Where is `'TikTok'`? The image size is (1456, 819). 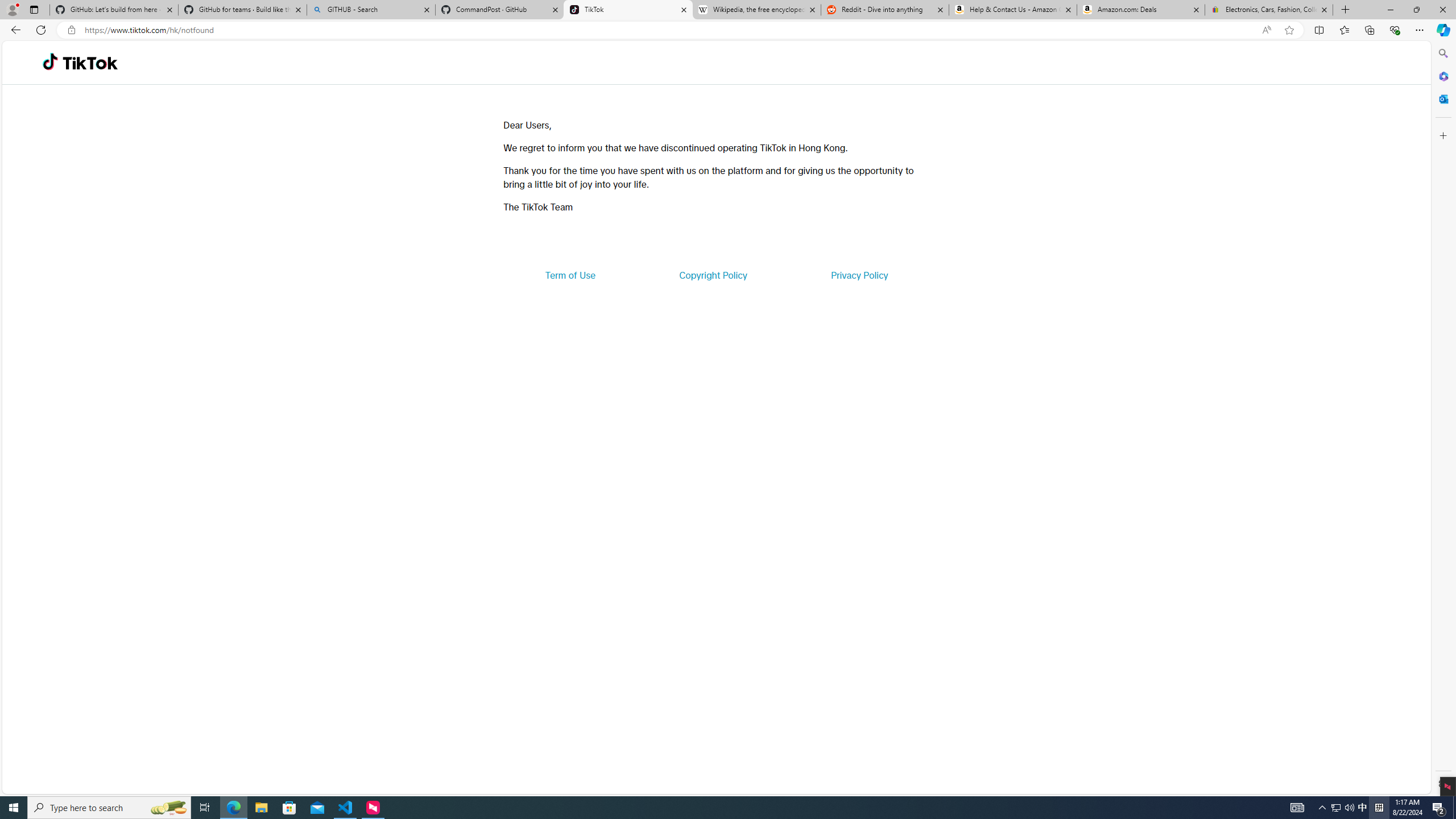
'TikTok' is located at coordinates (90, 63).